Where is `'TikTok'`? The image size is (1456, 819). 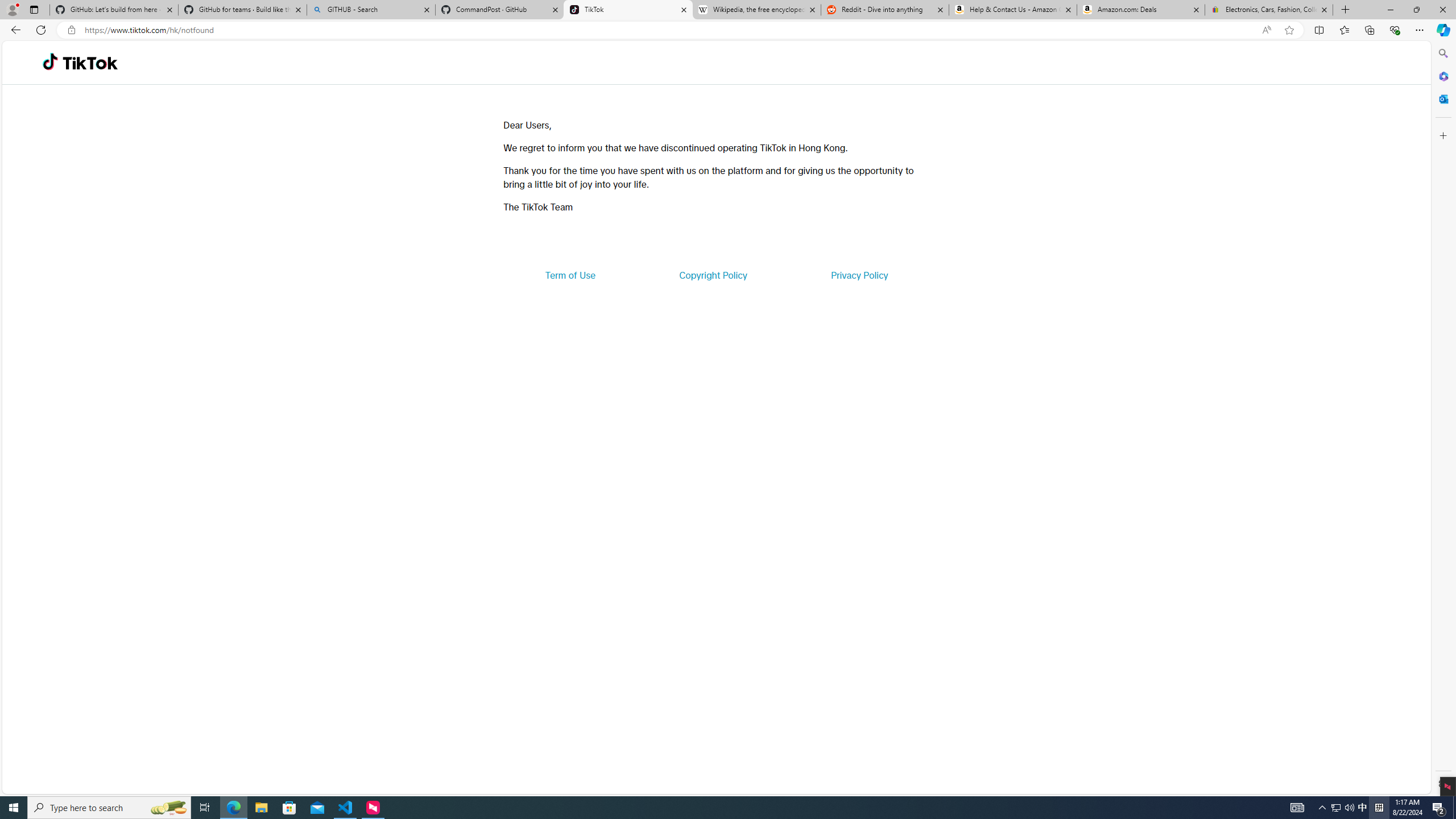
'TikTok' is located at coordinates (90, 63).